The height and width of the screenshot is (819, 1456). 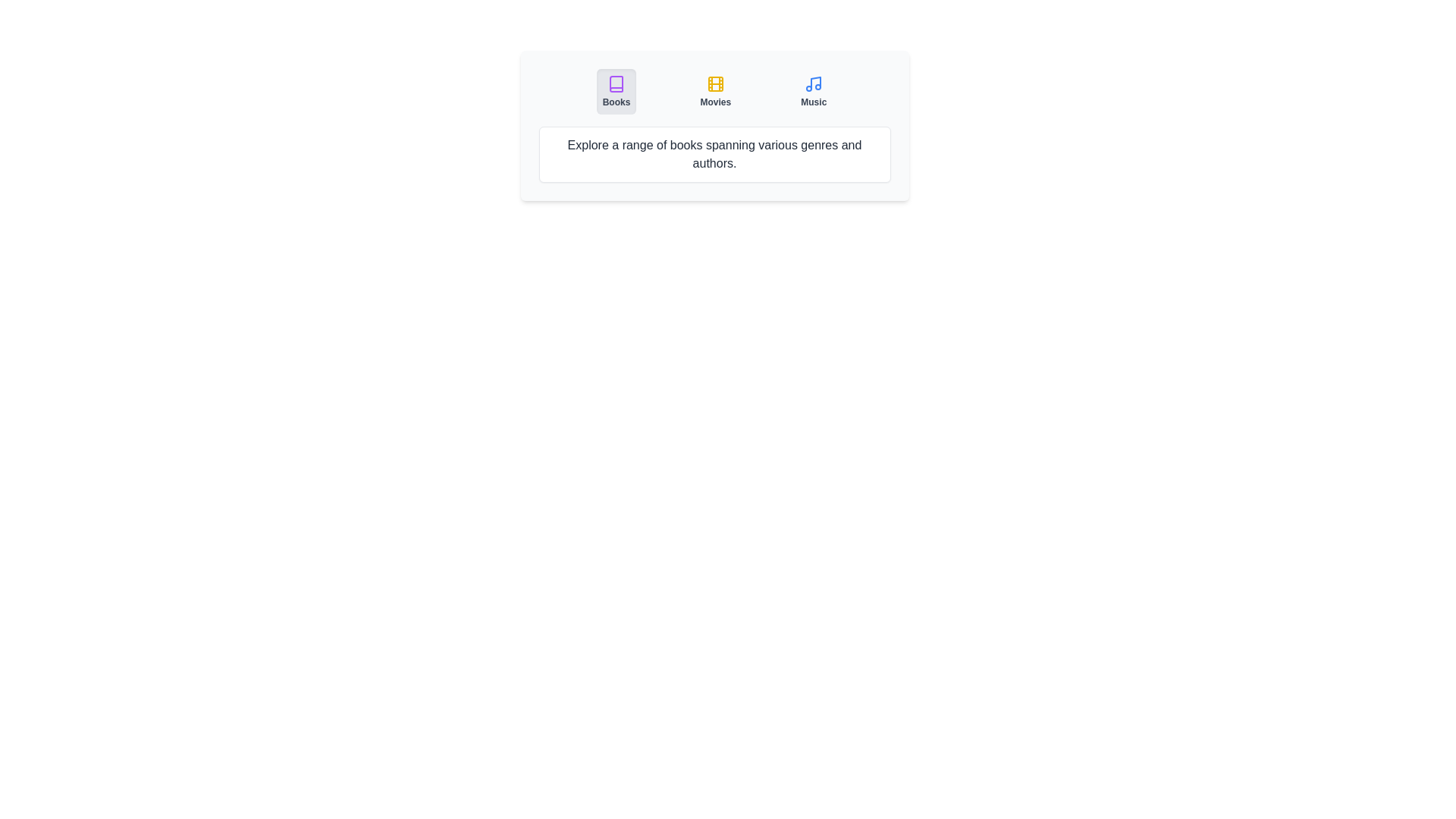 What do you see at coordinates (616, 91) in the screenshot?
I see `the Books tab by clicking on its button` at bounding box center [616, 91].